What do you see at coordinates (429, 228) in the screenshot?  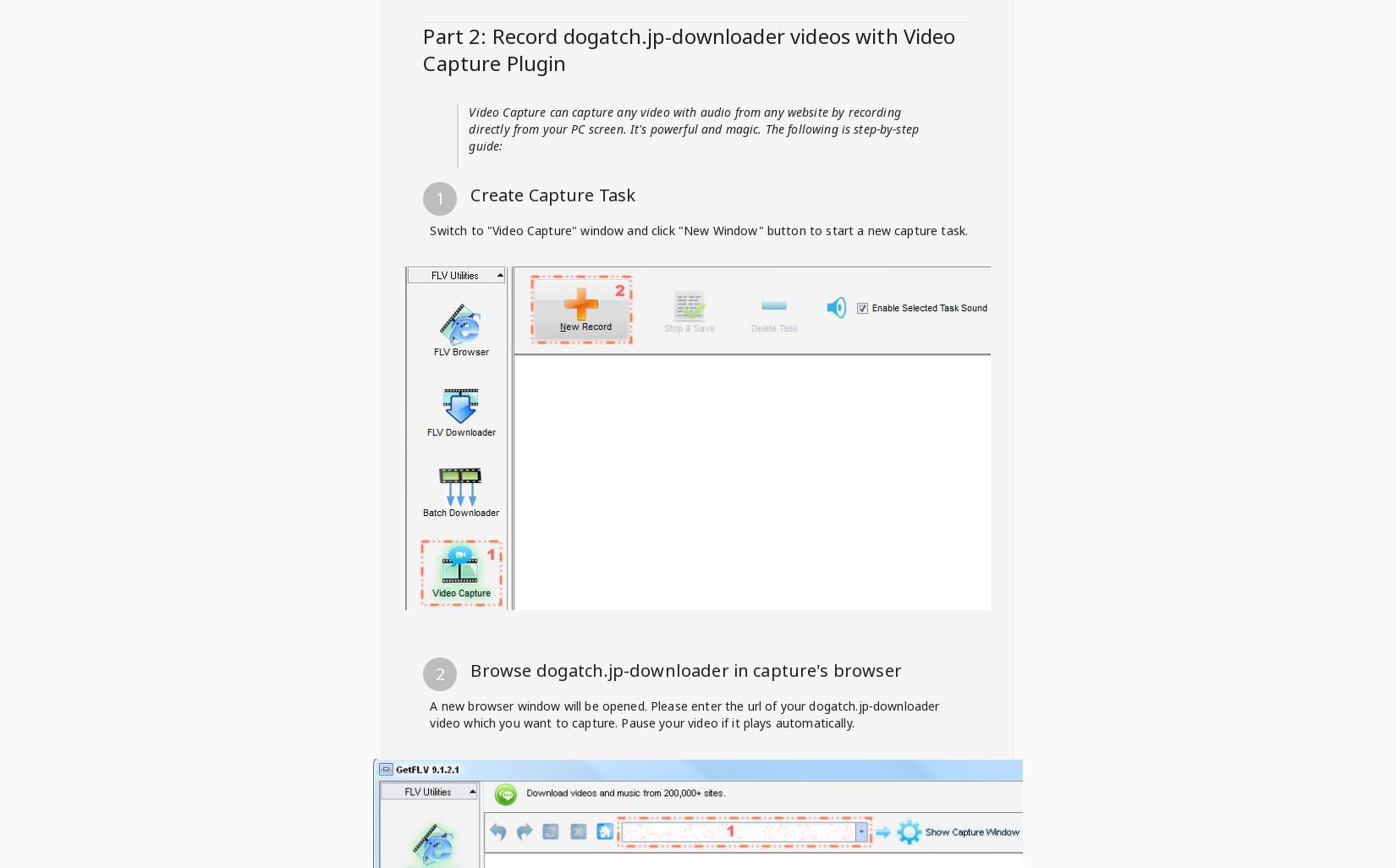 I see `'Switch to "Video Capture" window and click "New Window" button to start a new capture task.'` at bounding box center [429, 228].